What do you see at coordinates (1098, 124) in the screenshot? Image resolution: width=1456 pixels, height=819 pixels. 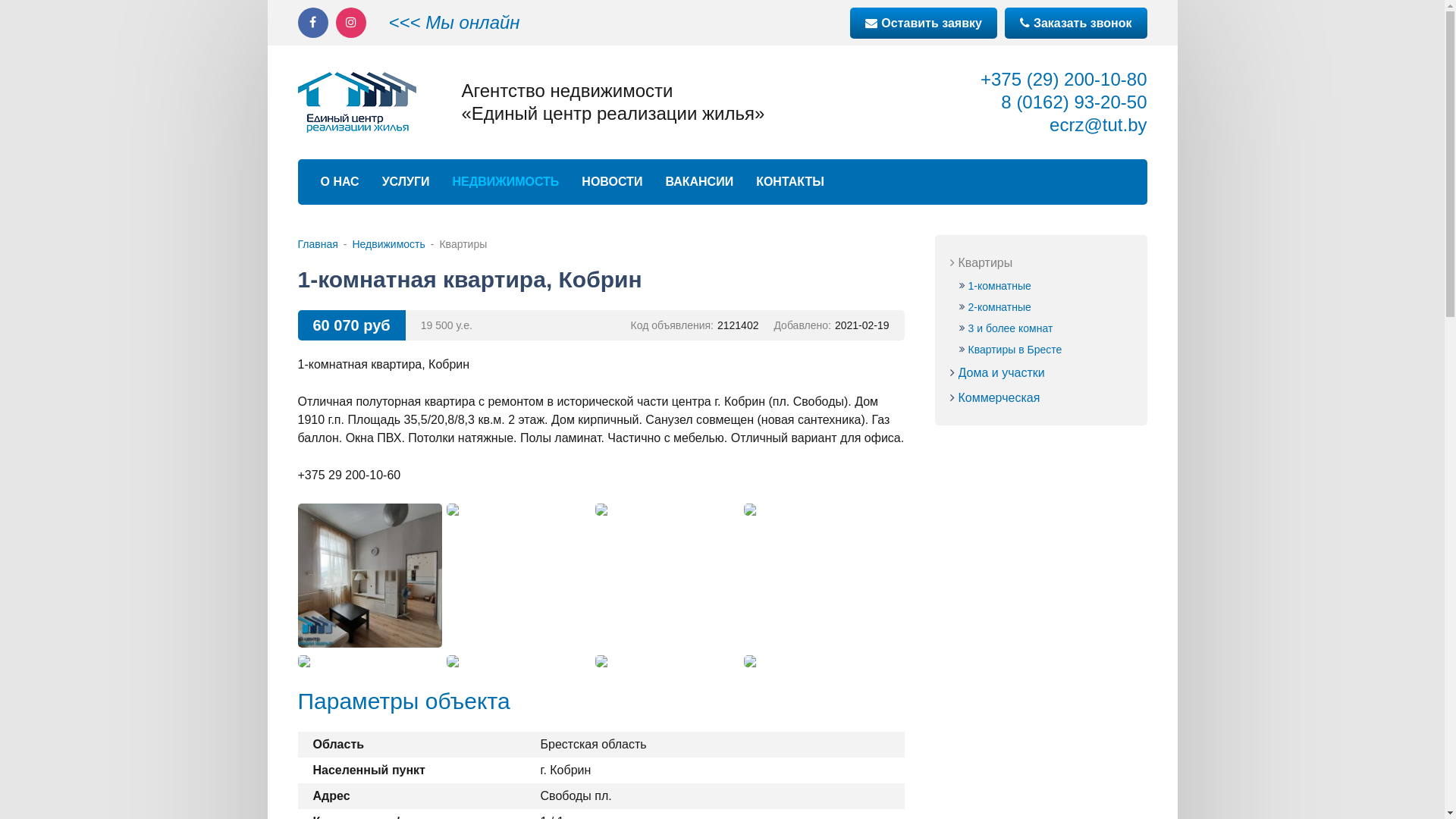 I see `'ecrz@tut.by'` at bounding box center [1098, 124].